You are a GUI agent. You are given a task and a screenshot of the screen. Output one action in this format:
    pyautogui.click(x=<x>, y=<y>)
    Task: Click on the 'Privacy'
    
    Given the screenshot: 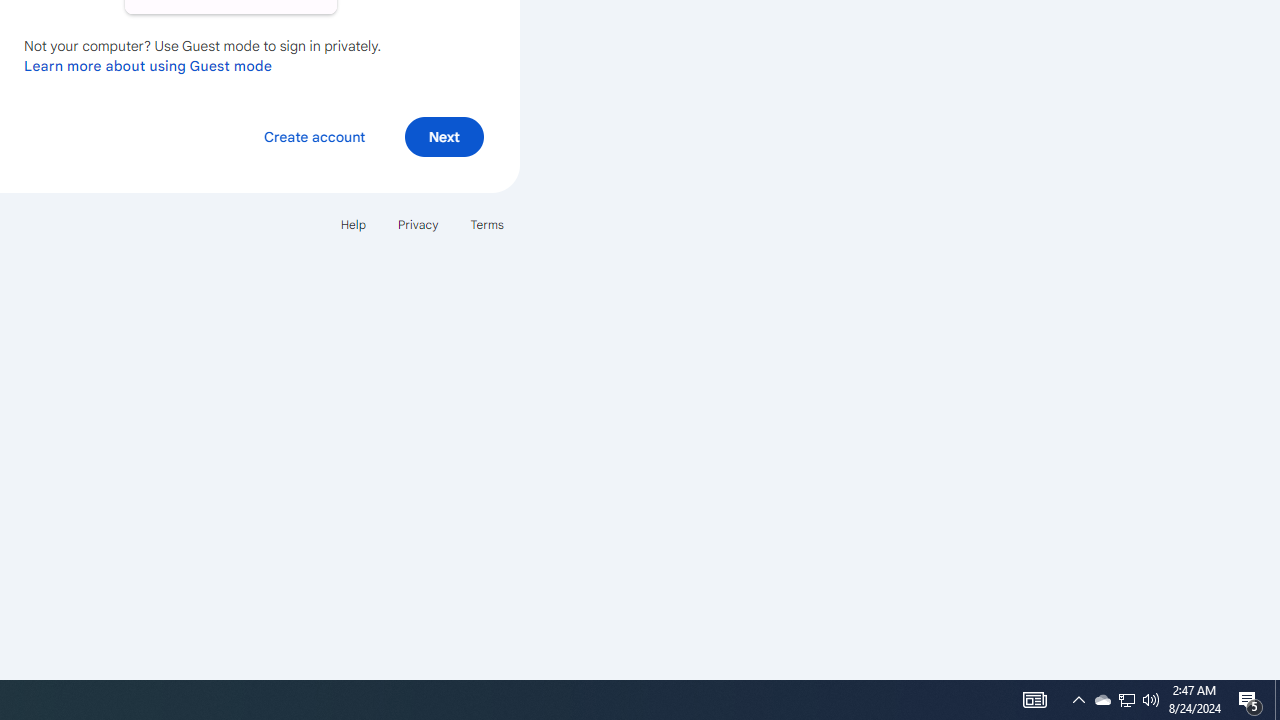 What is the action you would take?
    pyautogui.click(x=416, y=224)
    